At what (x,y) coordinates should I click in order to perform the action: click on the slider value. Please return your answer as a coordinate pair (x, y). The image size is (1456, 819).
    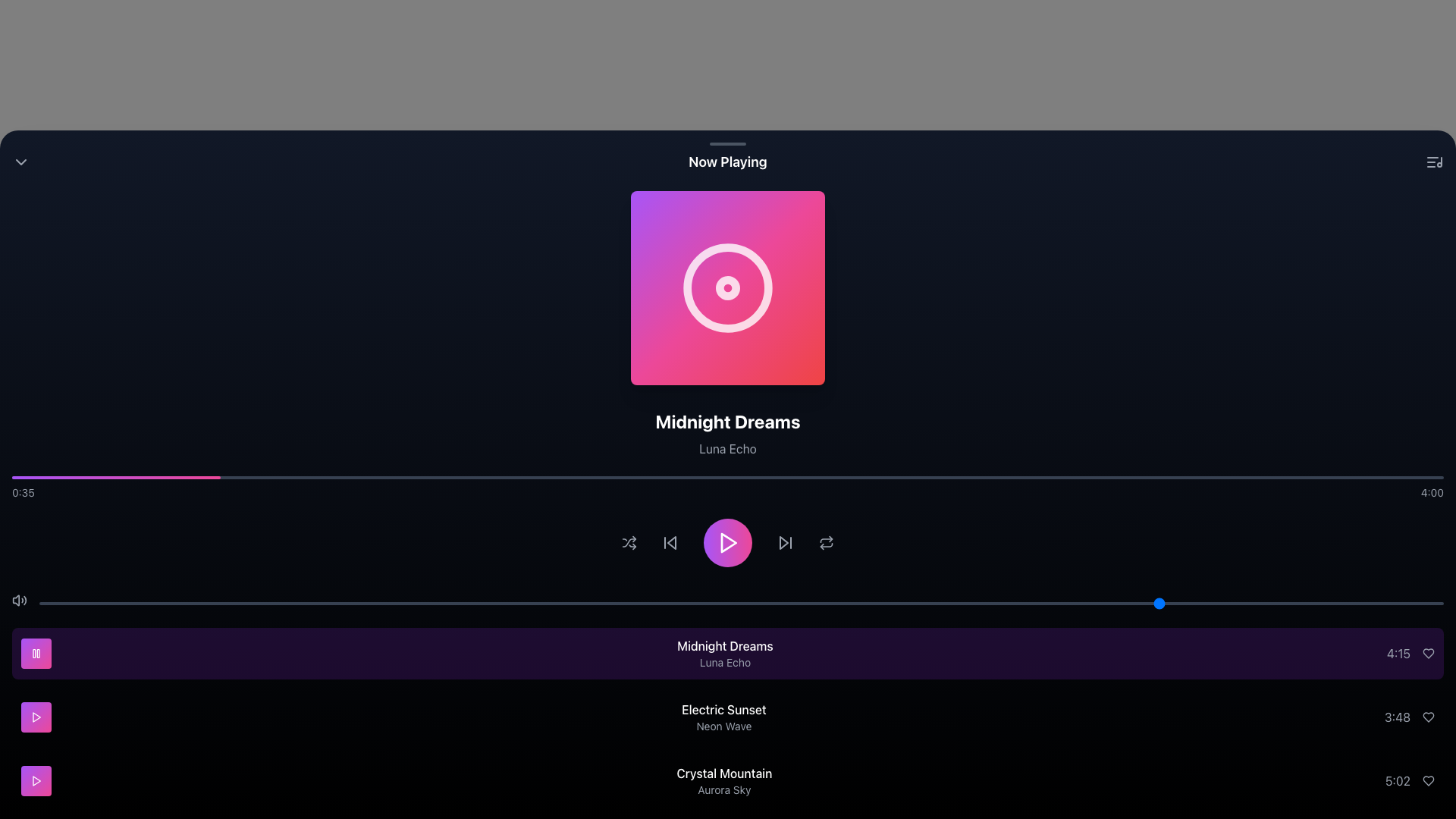
    Looking at the image, I should click on (278, 602).